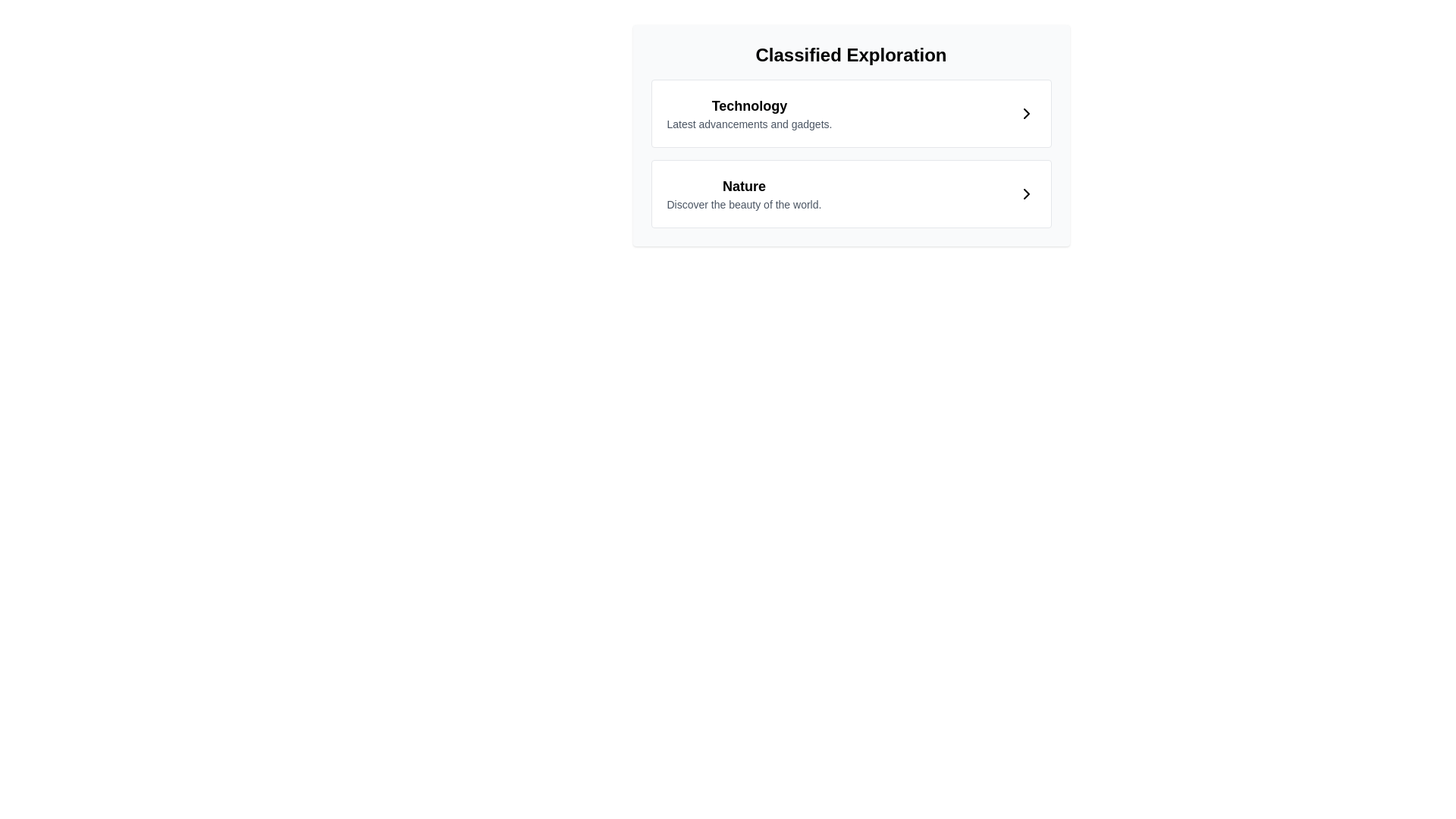  Describe the element at coordinates (1026, 193) in the screenshot. I see `the navigation icon located beside the 'Nature' label in the second row of the list layout` at that location.